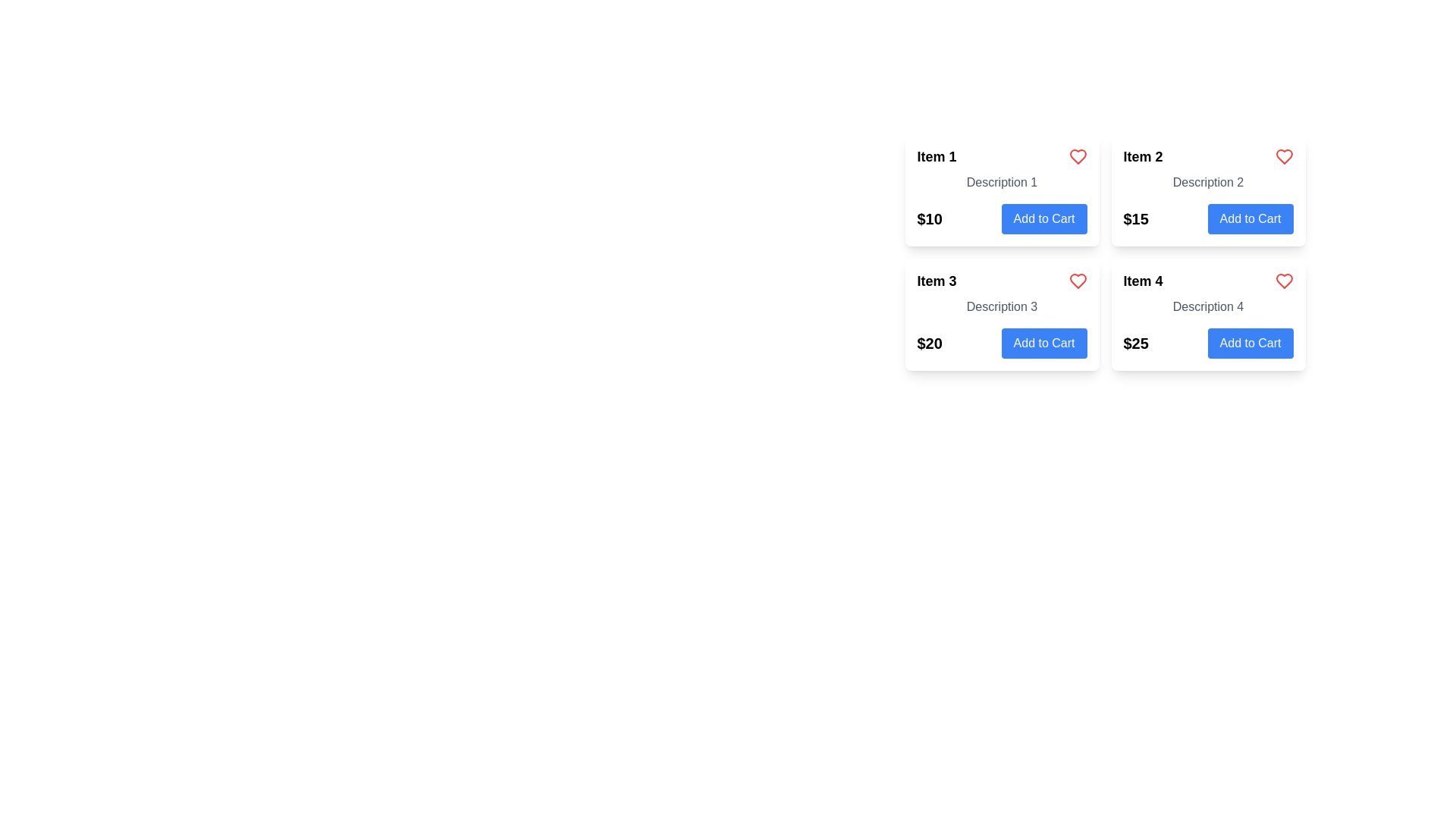 The height and width of the screenshot is (819, 1456). Describe the element at coordinates (1143, 281) in the screenshot. I see `the text label that reads 'Item 4', which is in bold and larger font, located in the bottom-right card of a 2x2 grid layout` at that location.